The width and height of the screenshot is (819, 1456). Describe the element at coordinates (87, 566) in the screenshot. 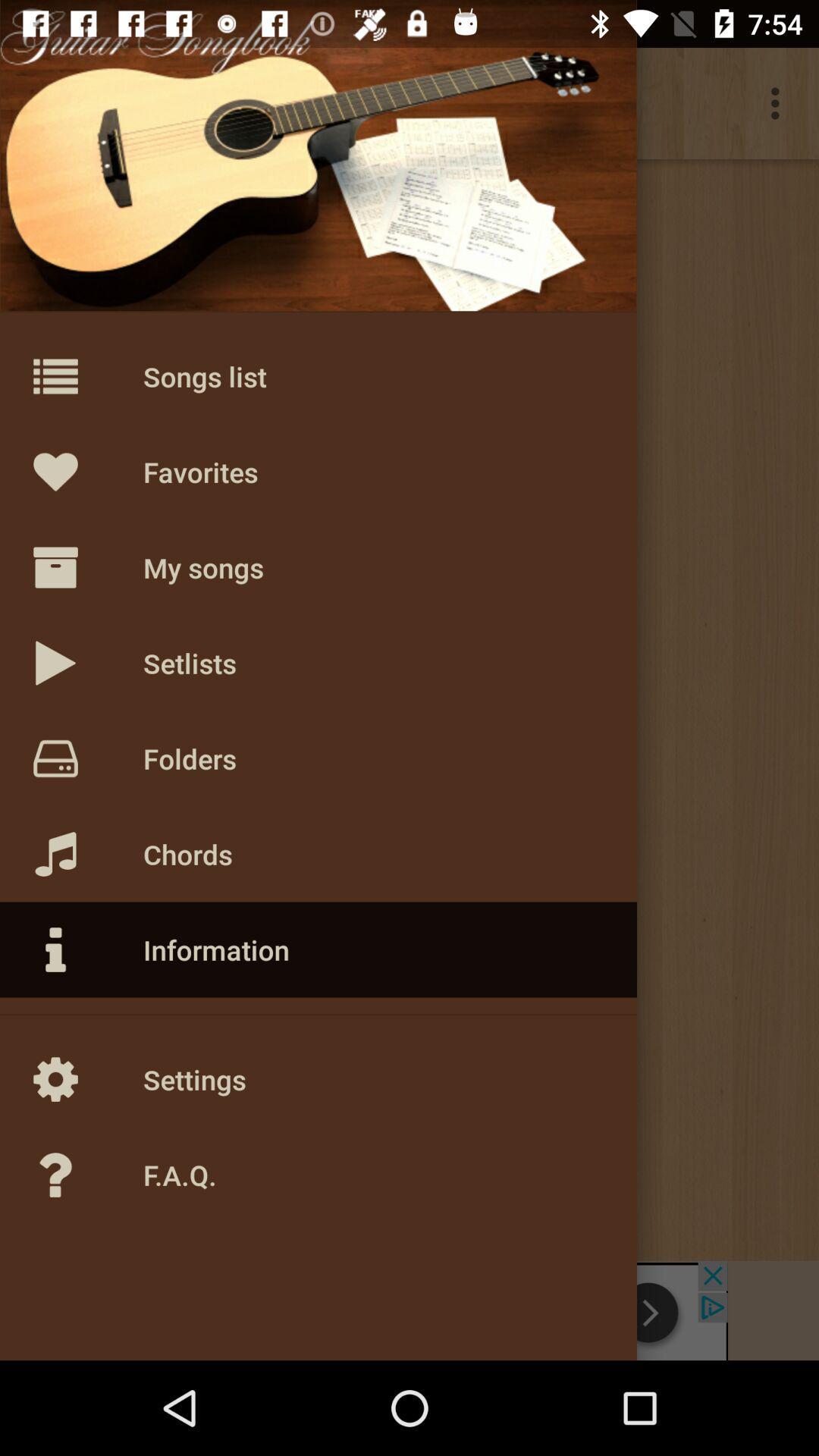

I see `the icon beside the text my songs` at that location.